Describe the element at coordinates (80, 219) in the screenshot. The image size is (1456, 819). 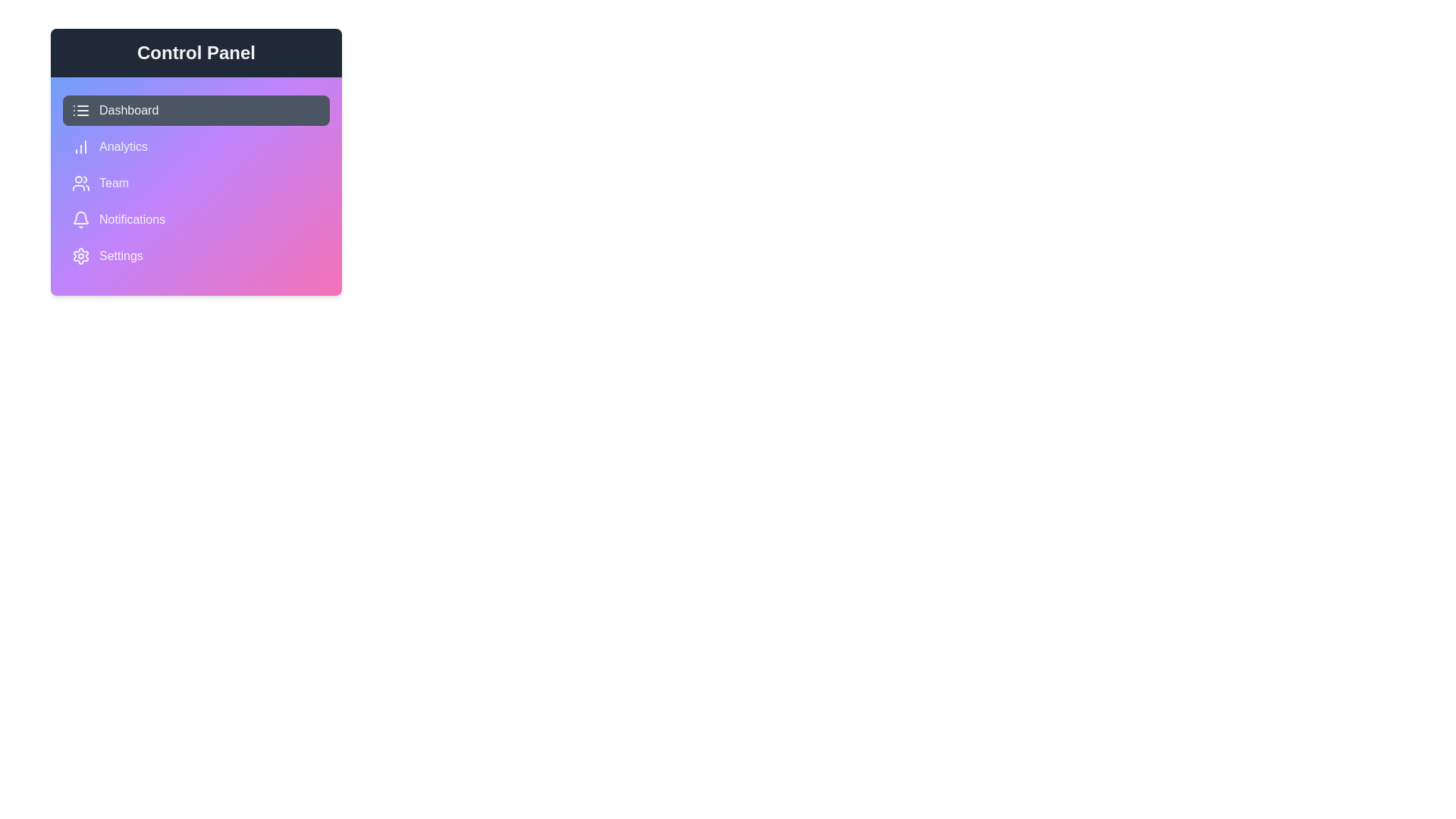
I see `the 'Notifications' icon` at that location.